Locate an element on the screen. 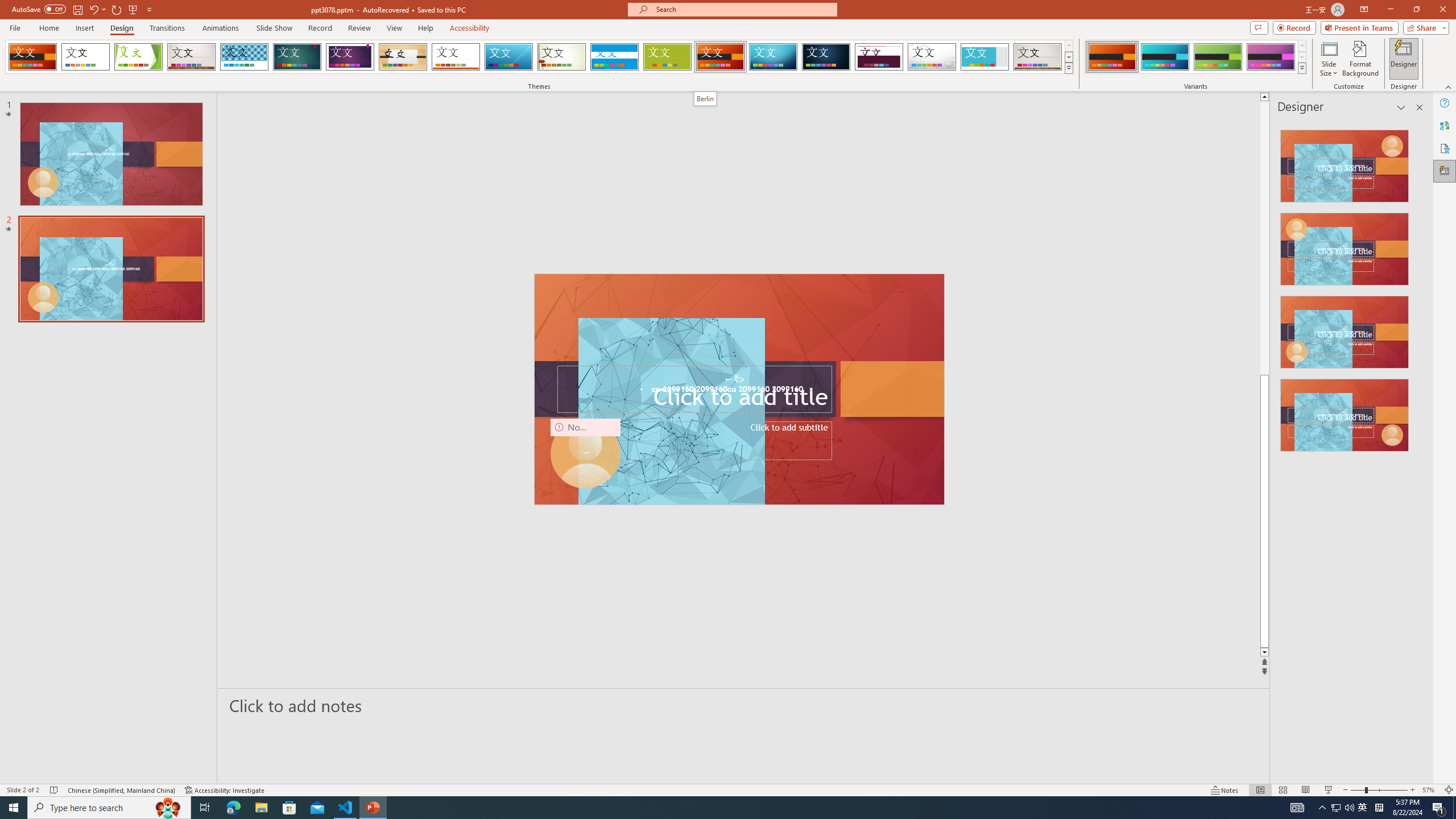 The height and width of the screenshot is (819, 1456). 'Berlin Variant 4' is located at coordinates (1270, 56).